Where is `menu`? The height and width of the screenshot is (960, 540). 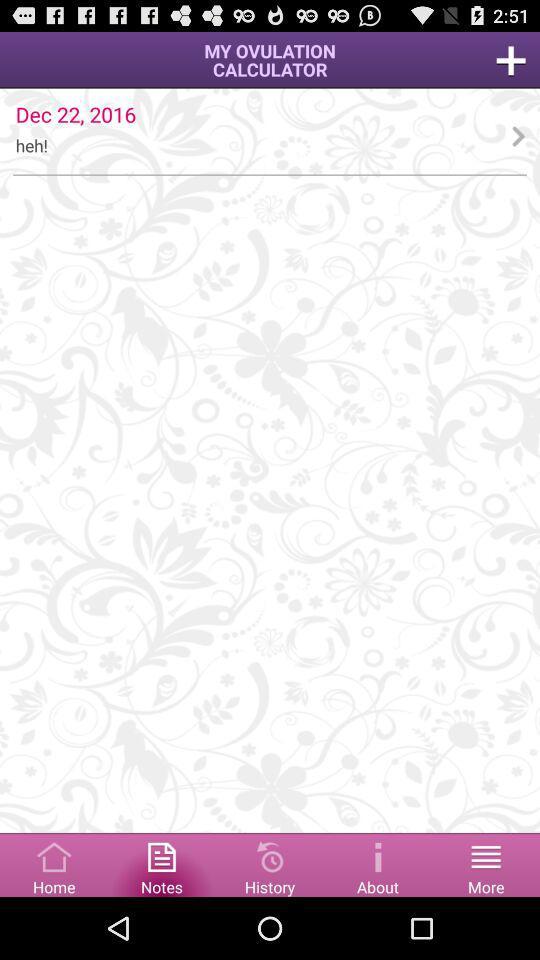 menu is located at coordinates (485, 863).